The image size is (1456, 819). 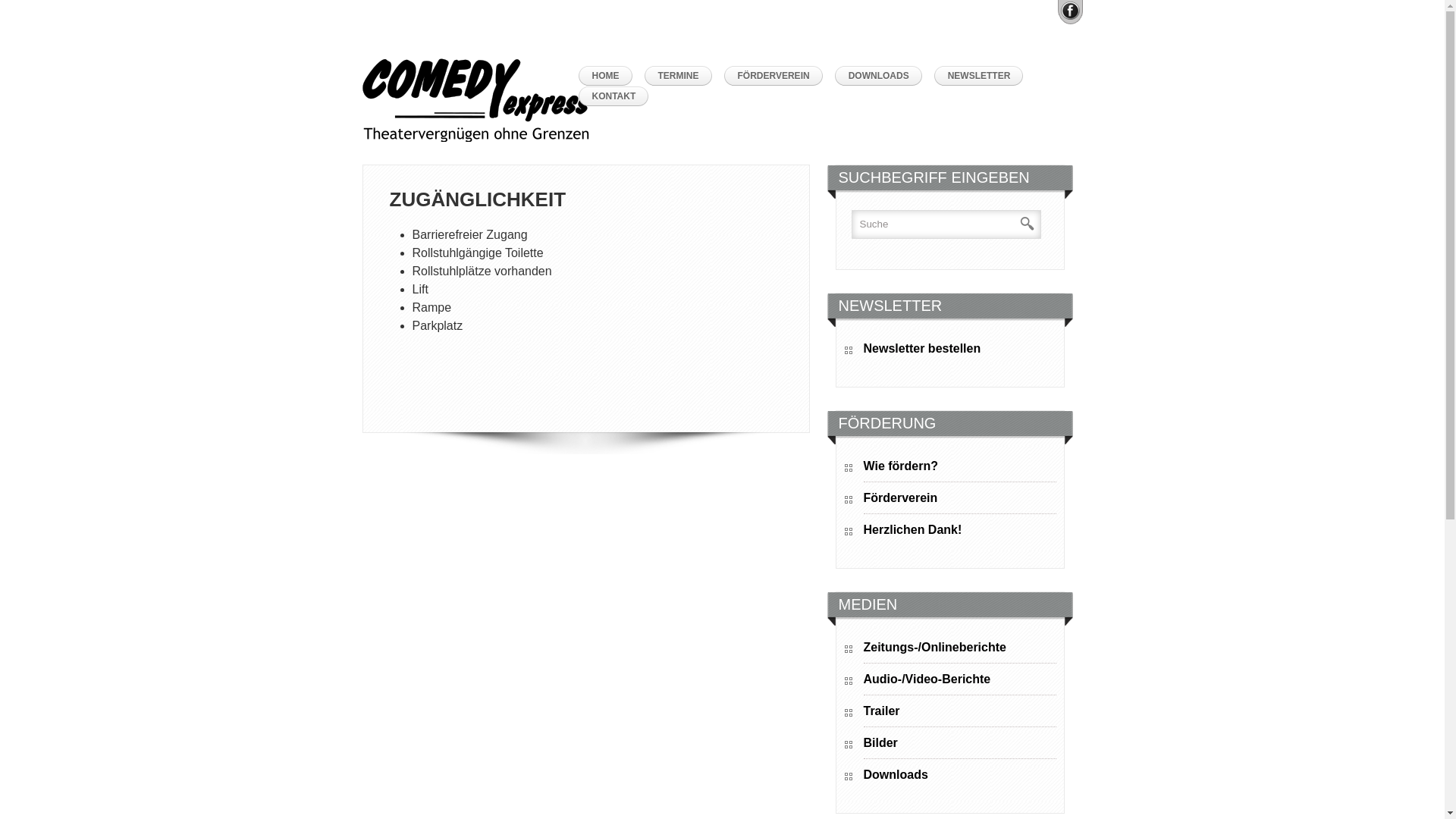 I want to click on 'Newsletter bestellen', so click(x=959, y=350).